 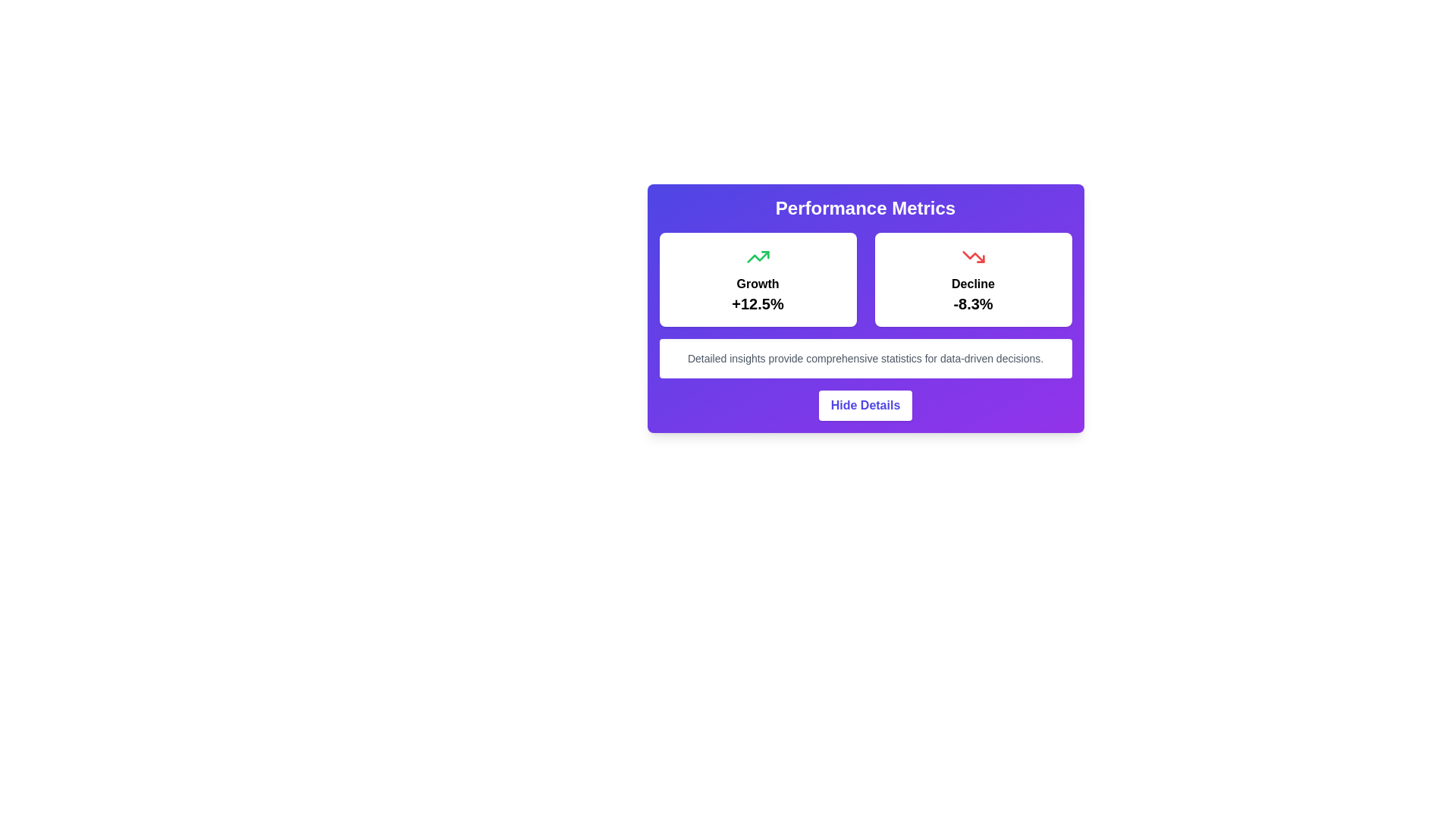 What do you see at coordinates (865, 208) in the screenshot?
I see `the title heading of the card component, which is clearly positioned at the top and serves as an indication of the content enclosed within the card` at bounding box center [865, 208].